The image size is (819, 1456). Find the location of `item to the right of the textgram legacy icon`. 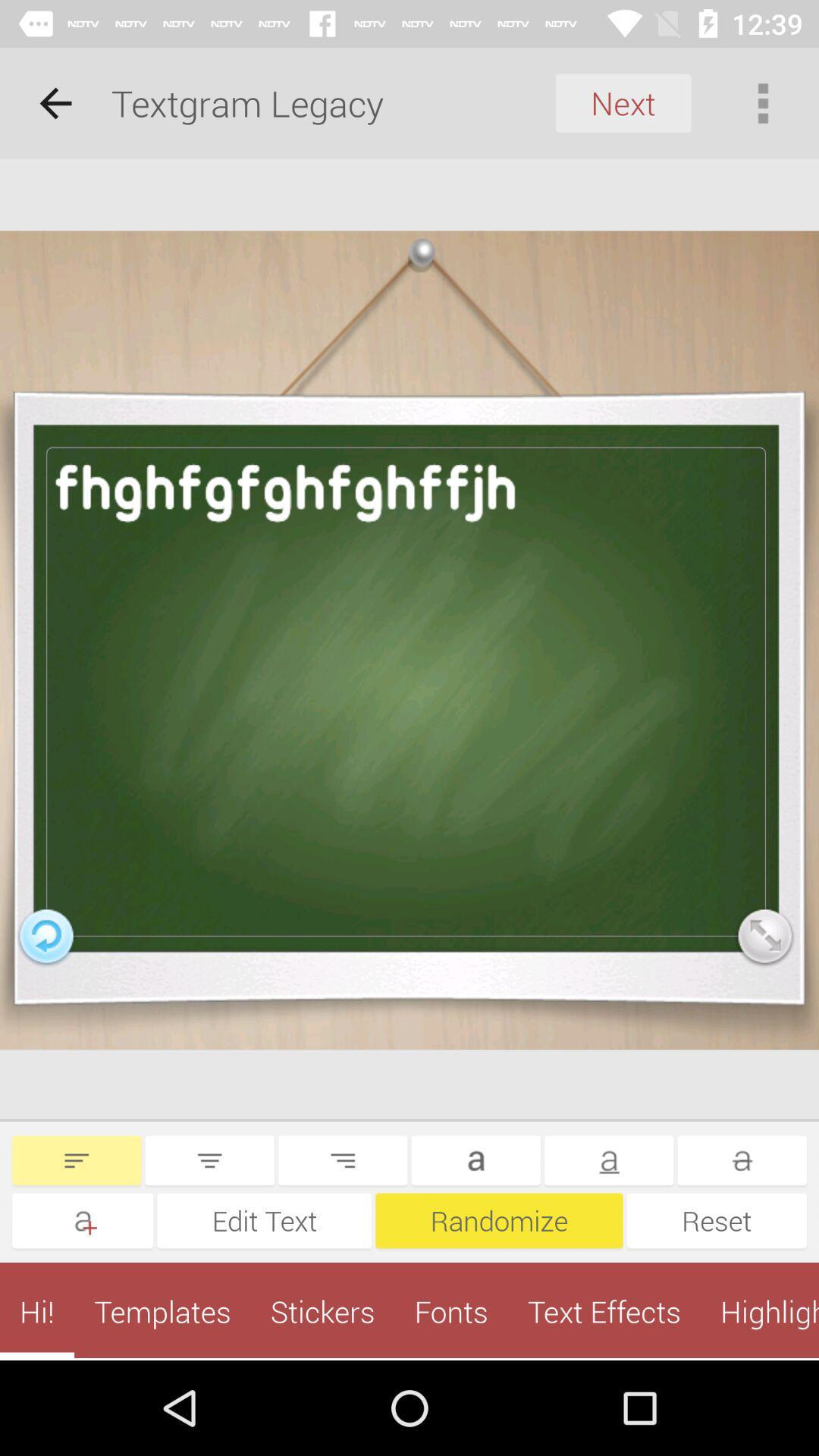

item to the right of the textgram legacy icon is located at coordinates (623, 102).